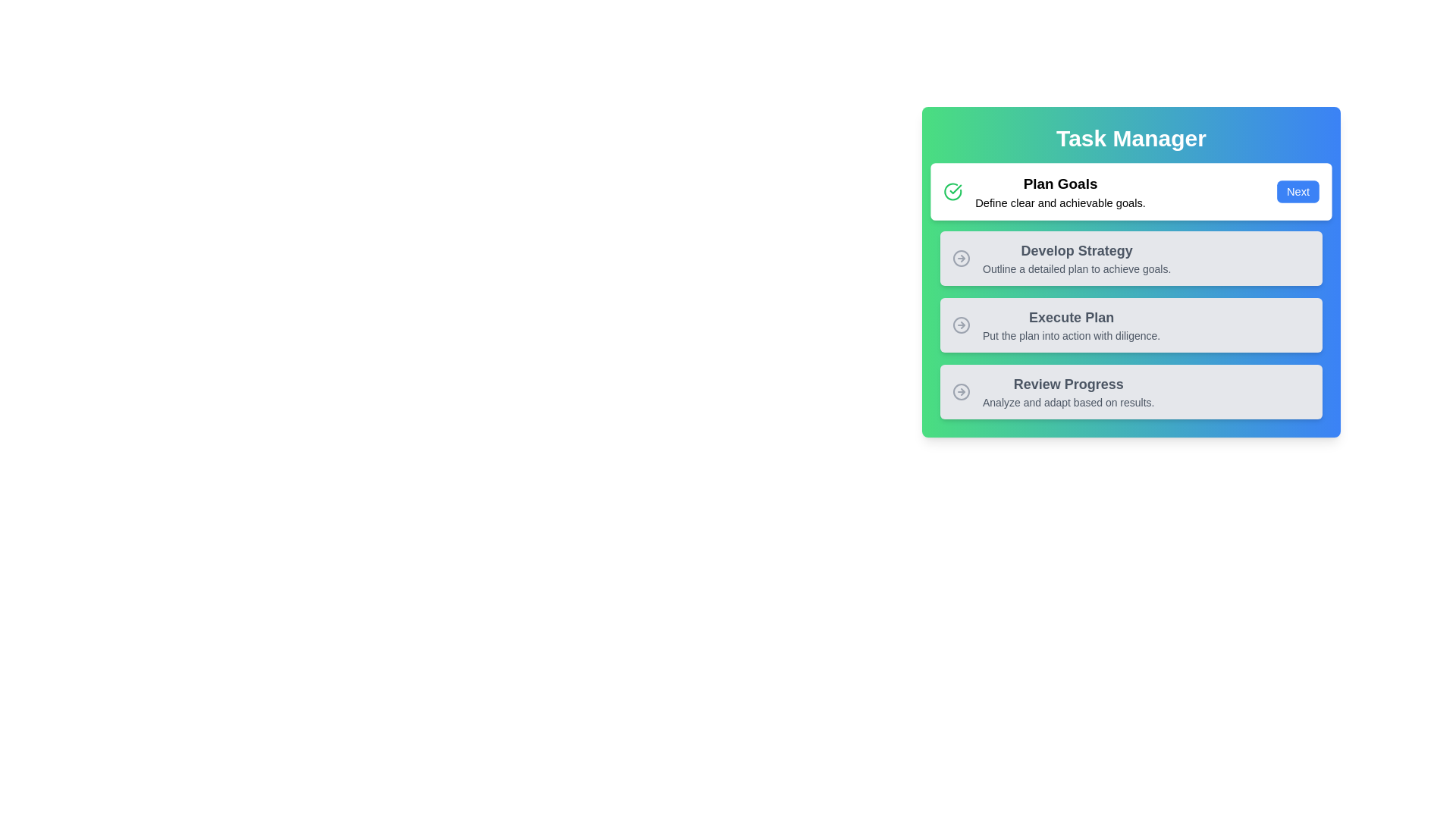 The width and height of the screenshot is (1456, 819). Describe the element at coordinates (960, 257) in the screenshot. I see `the icon indicating the 'Develop Strategy' task, positioned to the left of the task title` at that location.